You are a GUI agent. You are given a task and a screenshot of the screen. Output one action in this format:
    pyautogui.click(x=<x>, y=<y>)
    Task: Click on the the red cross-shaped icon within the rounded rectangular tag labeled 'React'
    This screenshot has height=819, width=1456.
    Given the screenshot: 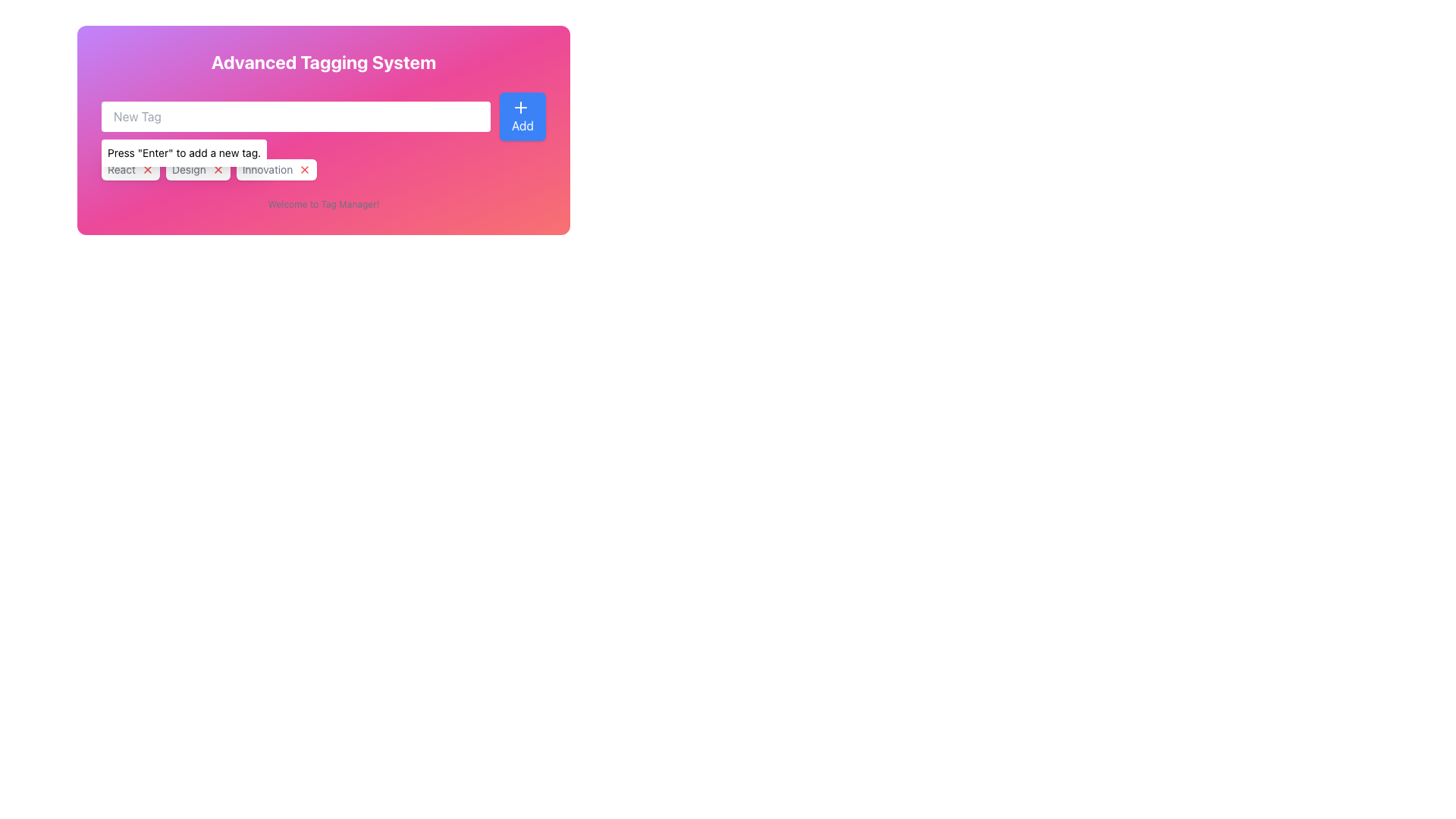 What is the action you would take?
    pyautogui.click(x=147, y=169)
    